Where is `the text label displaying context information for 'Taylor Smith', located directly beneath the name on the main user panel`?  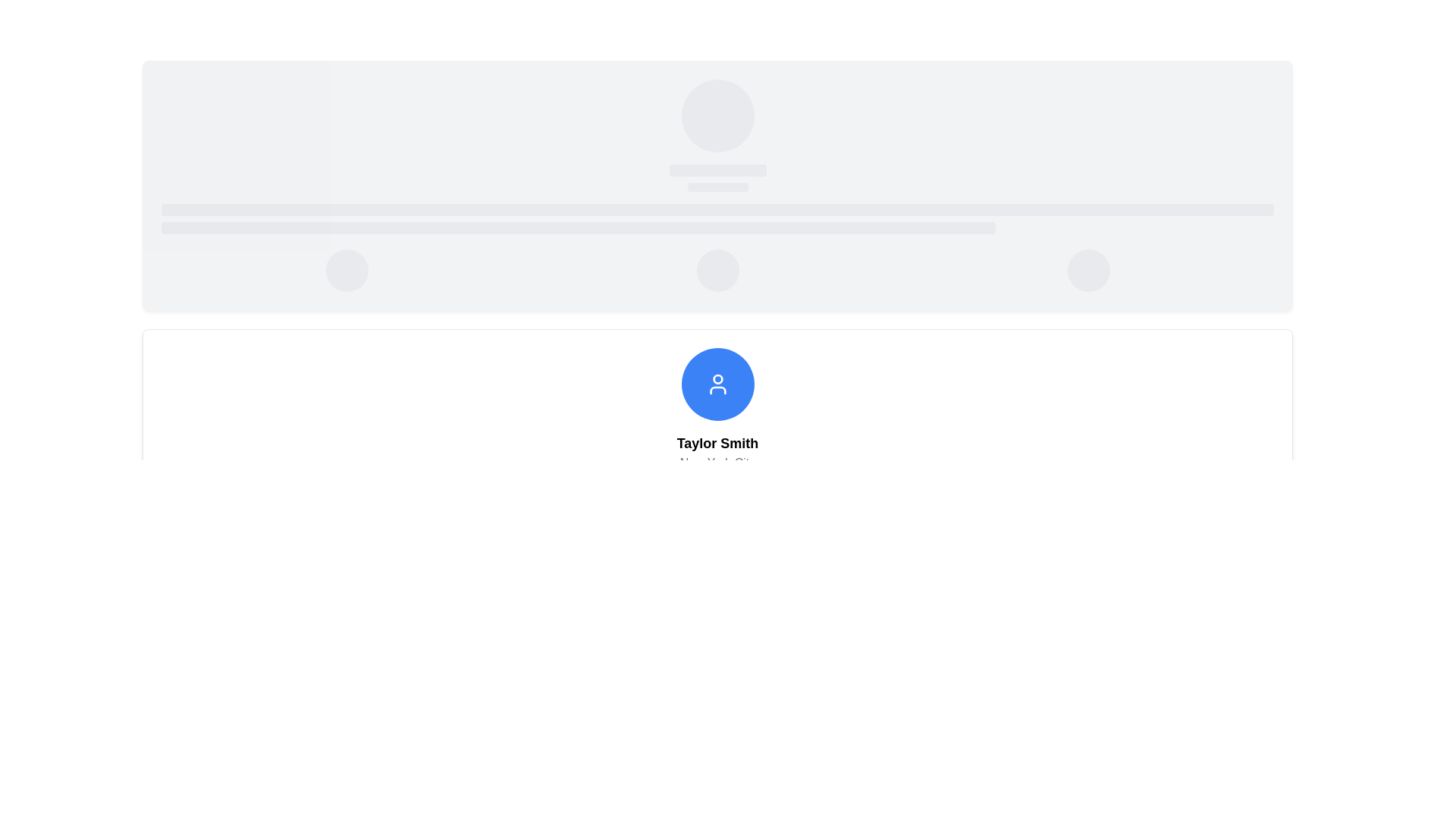 the text label displaying context information for 'Taylor Smith', located directly beneath the name on the main user panel is located at coordinates (717, 462).